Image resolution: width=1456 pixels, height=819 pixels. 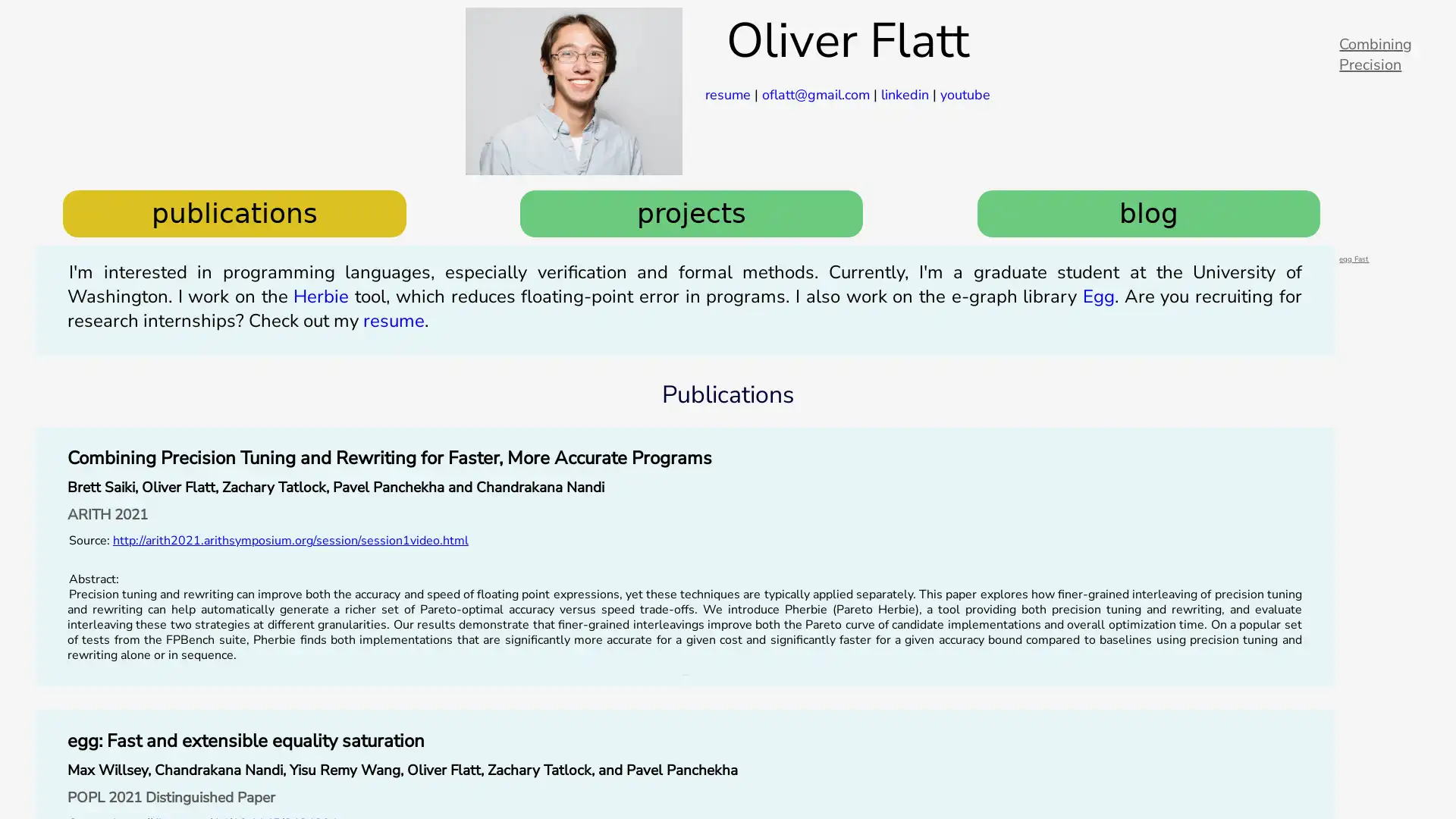 What do you see at coordinates (691, 213) in the screenshot?
I see `projects` at bounding box center [691, 213].